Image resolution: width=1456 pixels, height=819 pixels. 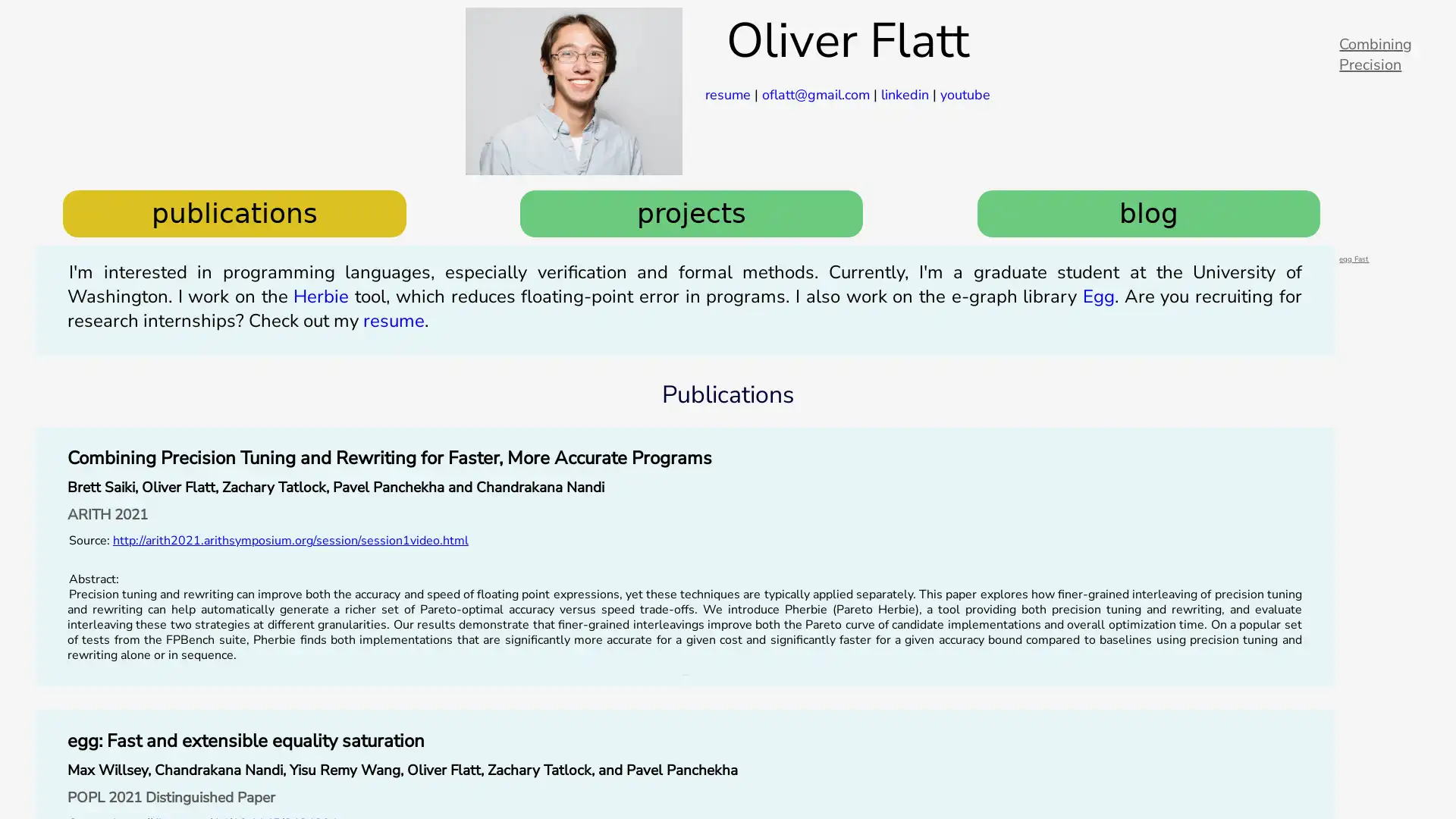 What do you see at coordinates (691, 213) in the screenshot?
I see `projects` at bounding box center [691, 213].